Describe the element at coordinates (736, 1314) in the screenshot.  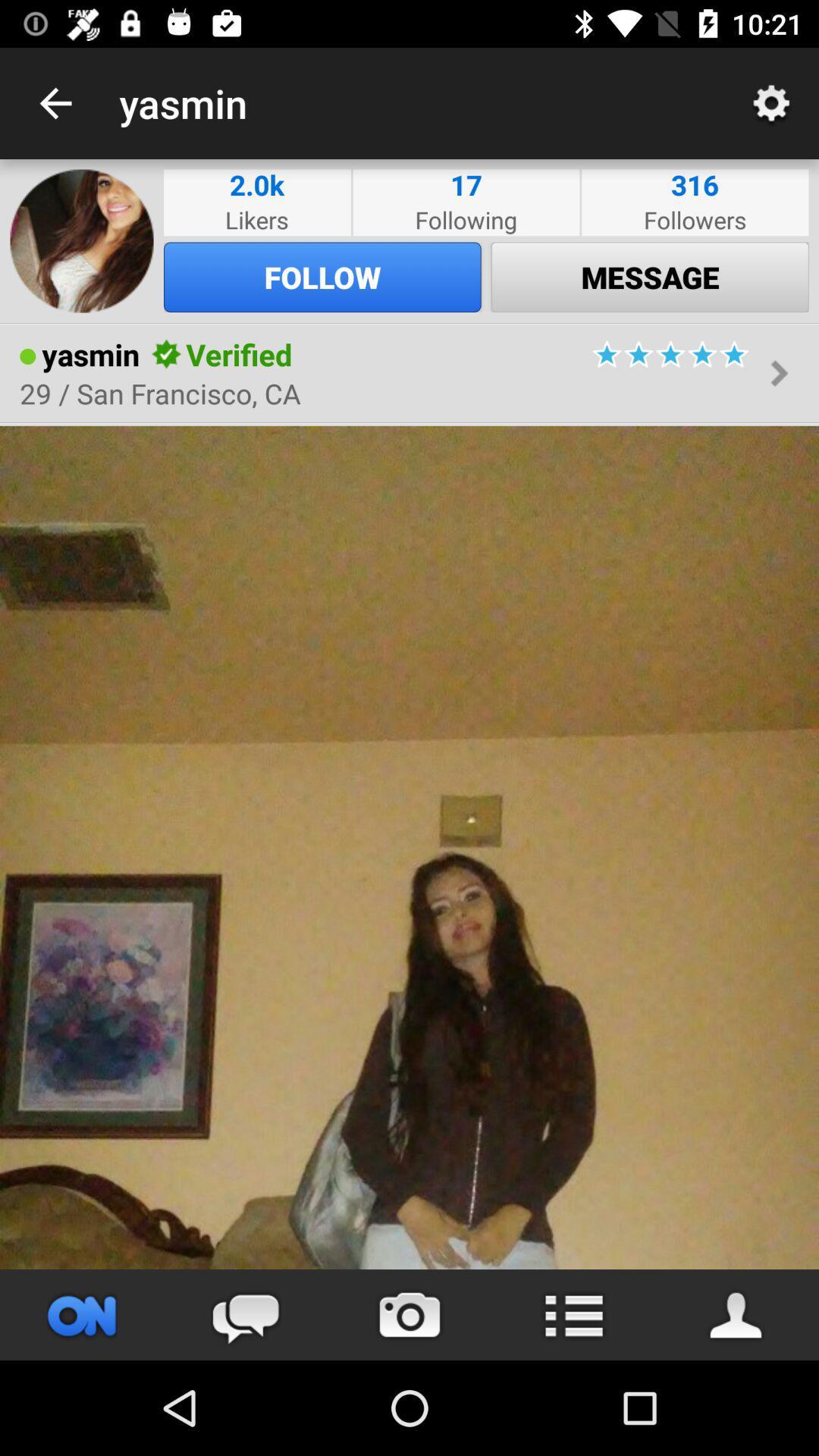
I see `user` at that location.